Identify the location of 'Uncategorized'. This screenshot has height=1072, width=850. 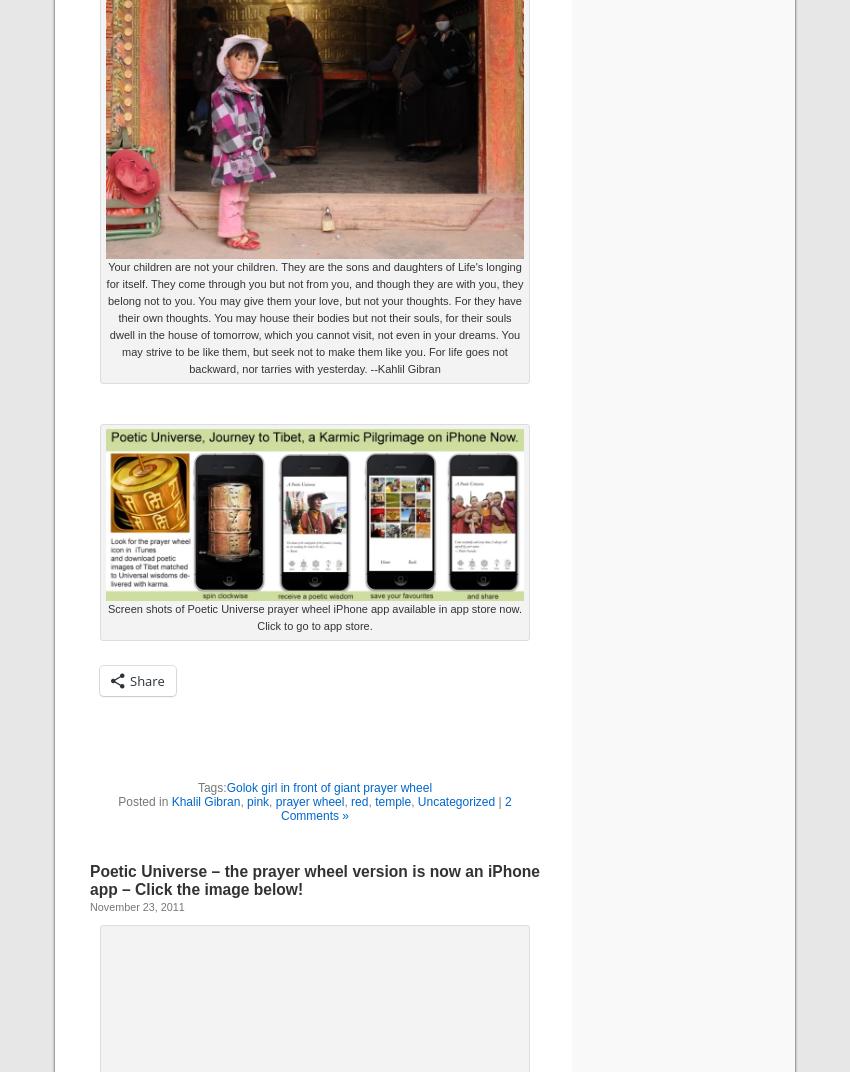
(455, 800).